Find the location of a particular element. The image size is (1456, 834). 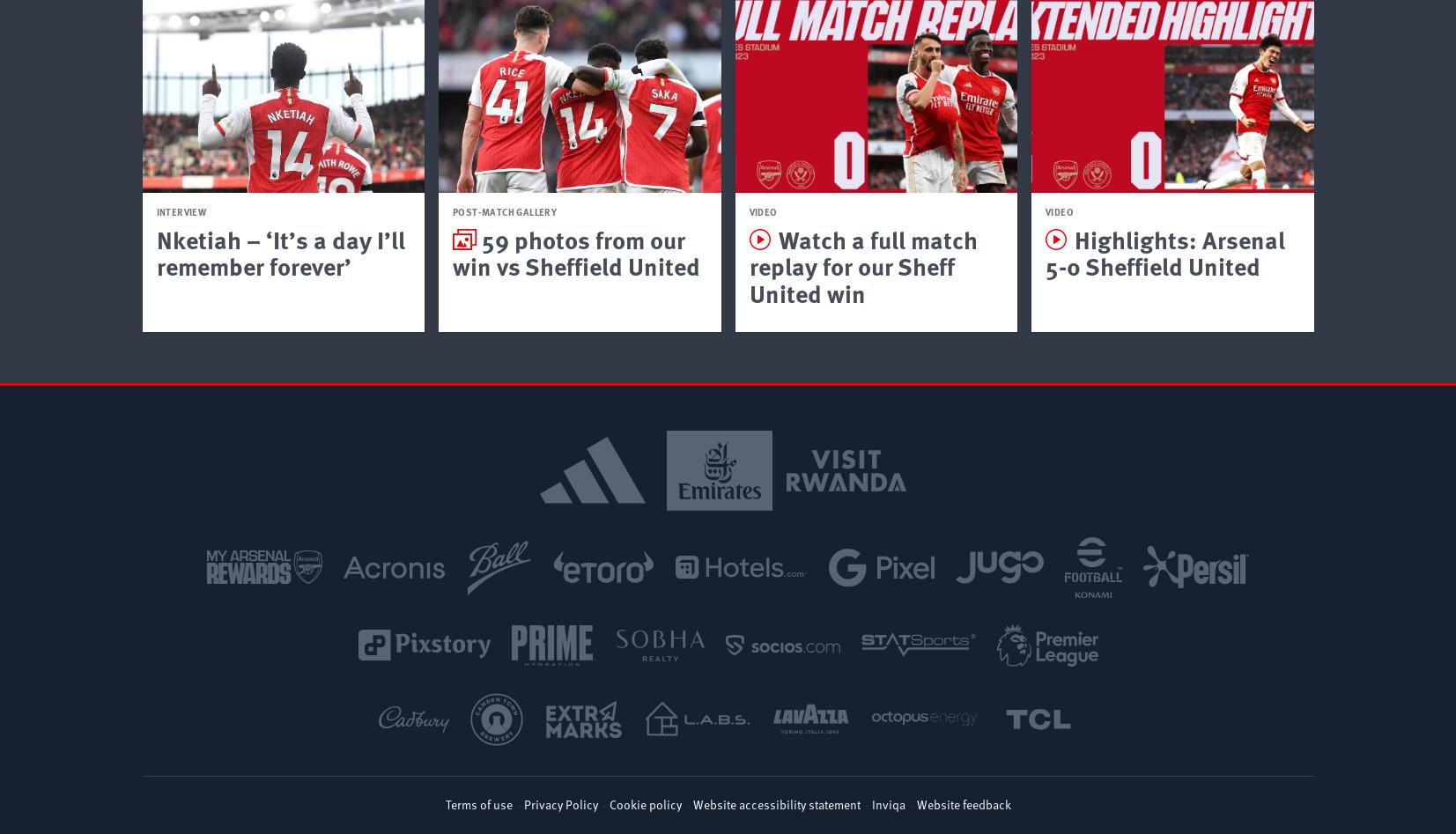

'Cookie policy' is located at coordinates (643, 802).